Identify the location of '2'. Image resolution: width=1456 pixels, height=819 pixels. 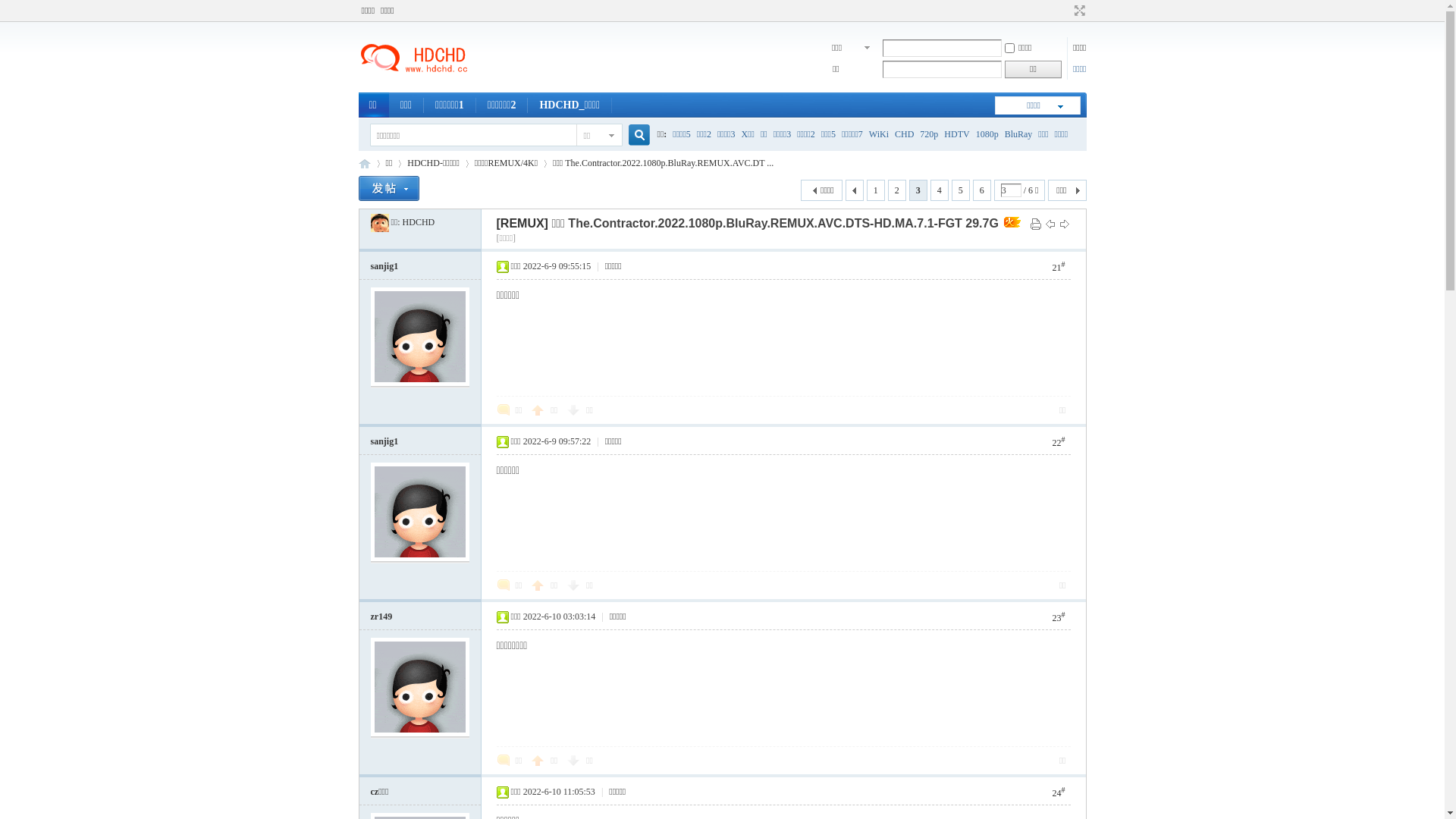
(896, 189).